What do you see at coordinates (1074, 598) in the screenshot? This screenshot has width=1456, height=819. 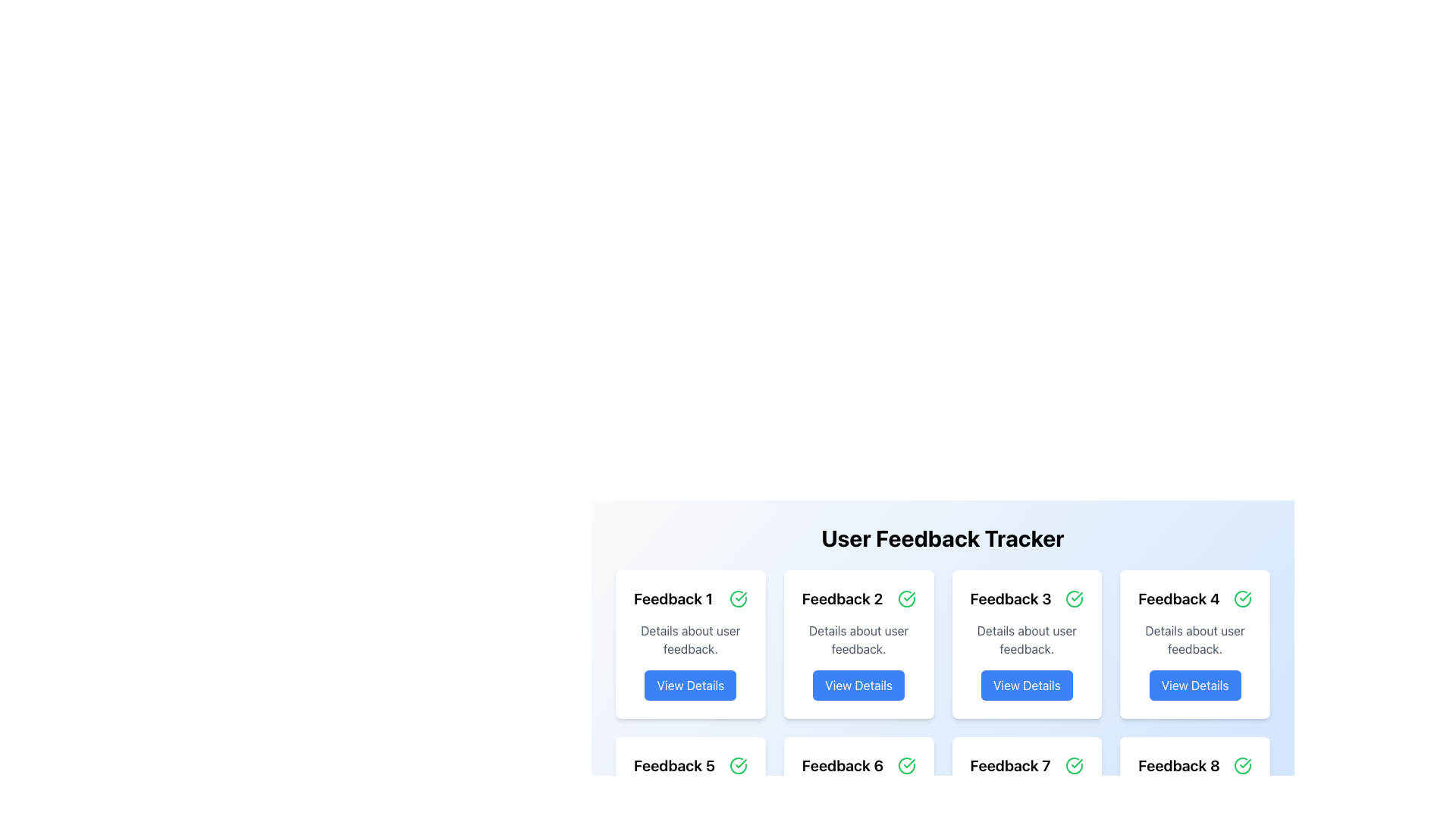 I see `the circular icon with a checkmark in the center, styled with a green stroke, located next to the heading 'Feedback 3', indicating successful completion or approval` at bounding box center [1074, 598].